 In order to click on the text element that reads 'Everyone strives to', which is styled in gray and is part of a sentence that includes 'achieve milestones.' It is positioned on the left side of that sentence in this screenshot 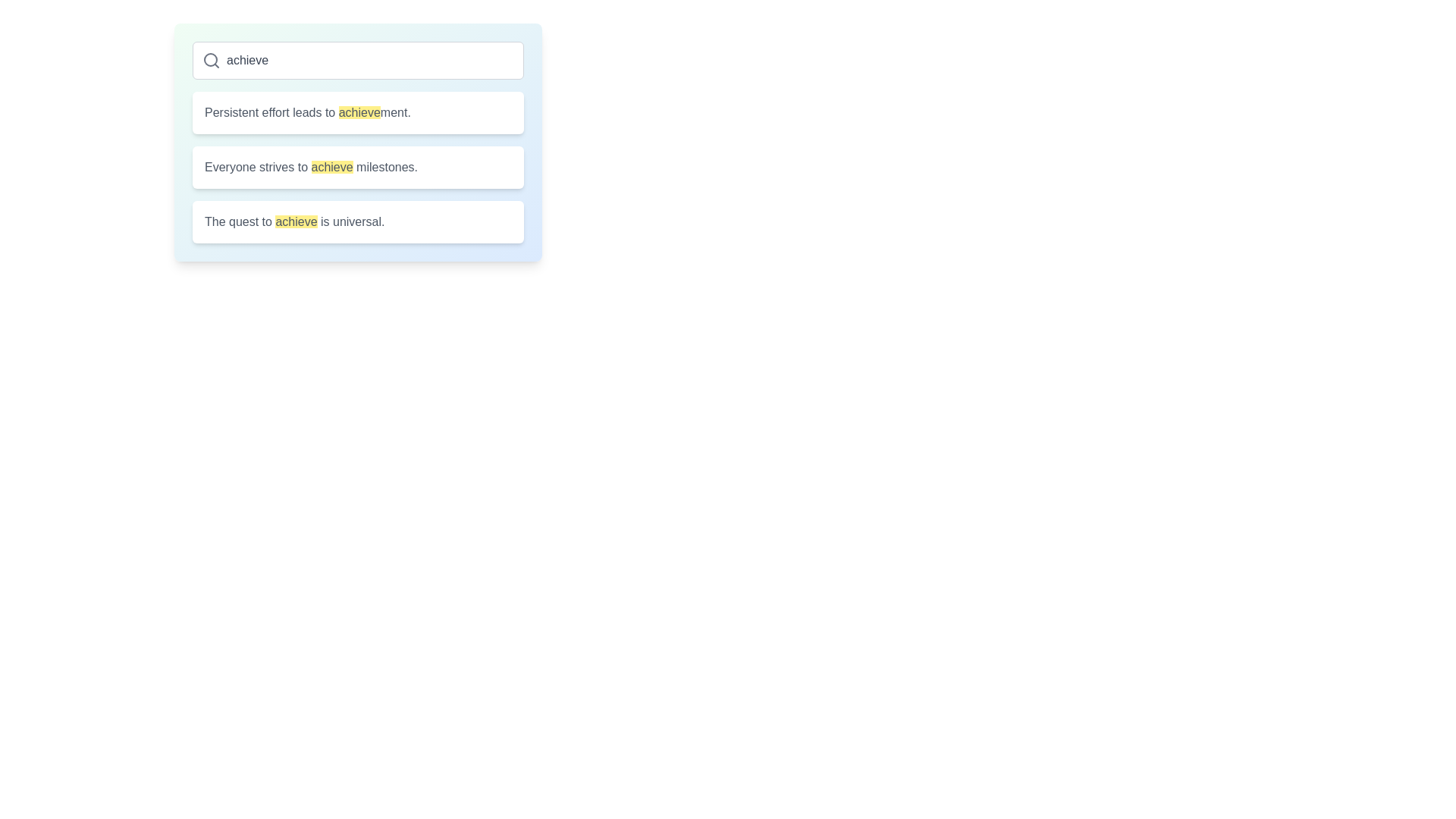, I will do `click(258, 167)`.